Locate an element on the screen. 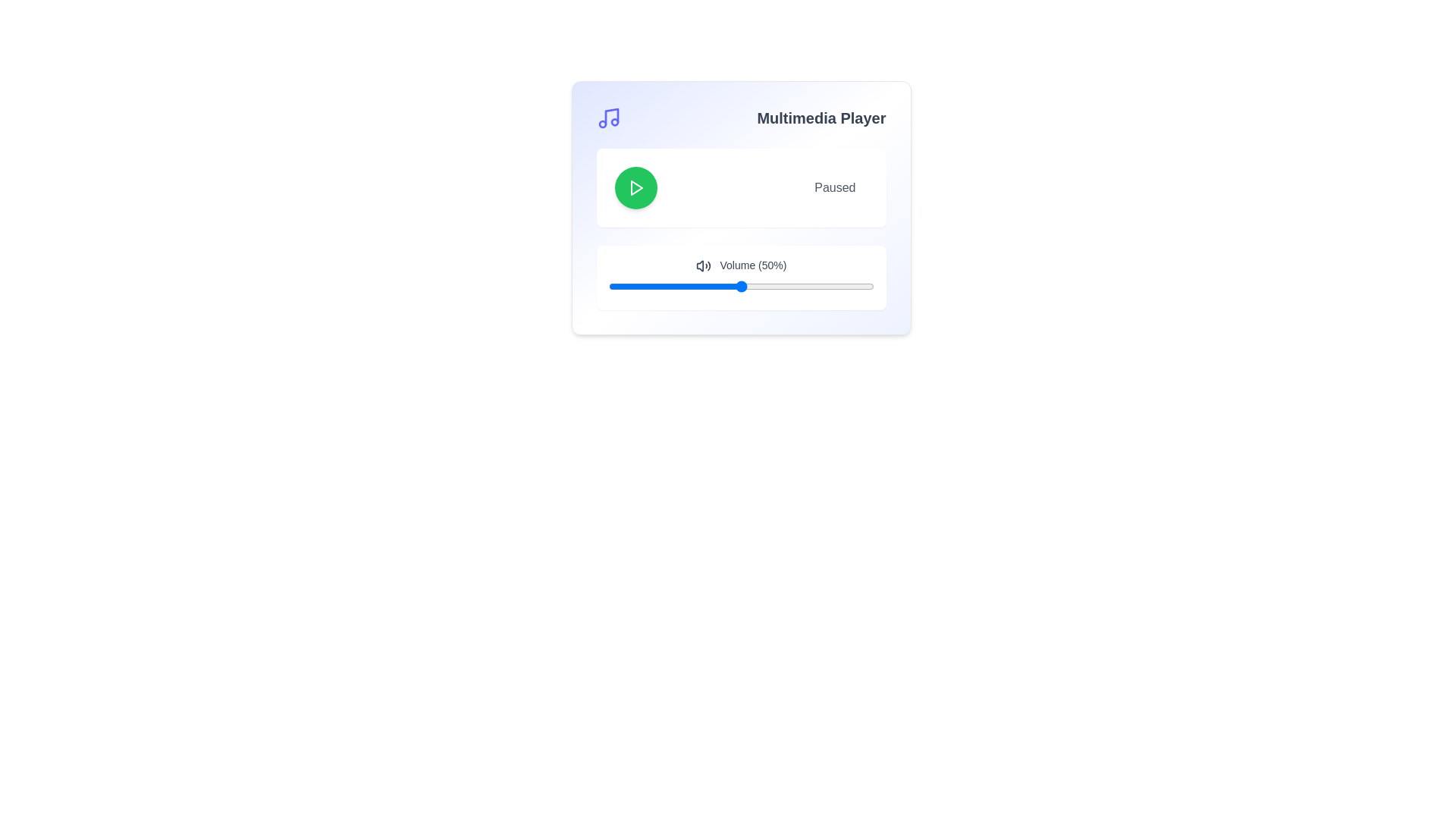  the volume icon represented by a speaker emitting sound waves, which is located to the left of the text label 'Volume (50%)' in the media player interface is located at coordinates (702, 265).